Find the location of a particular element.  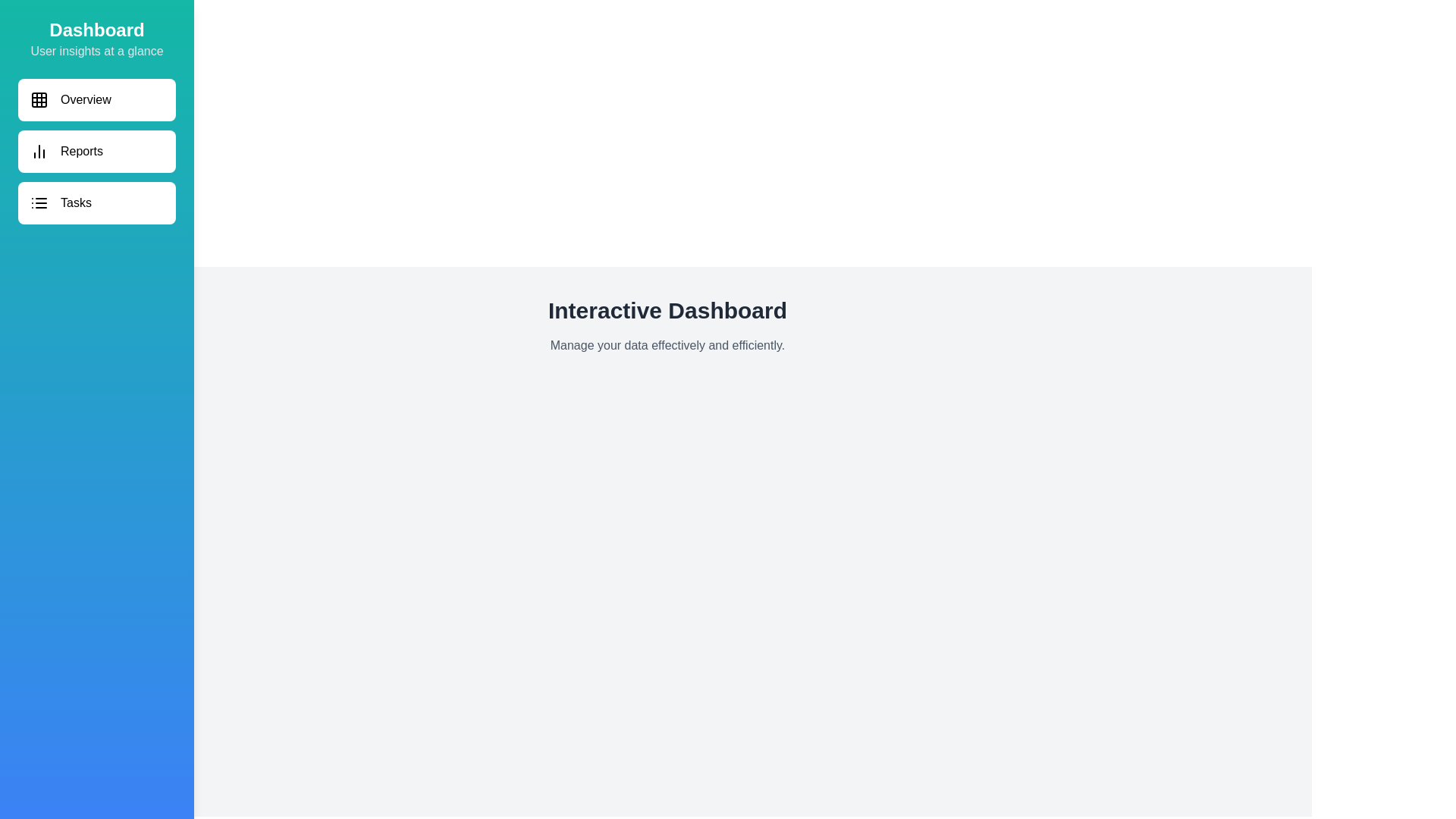

the navigation item Reports to navigate to the corresponding section is located at coordinates (96, 152).